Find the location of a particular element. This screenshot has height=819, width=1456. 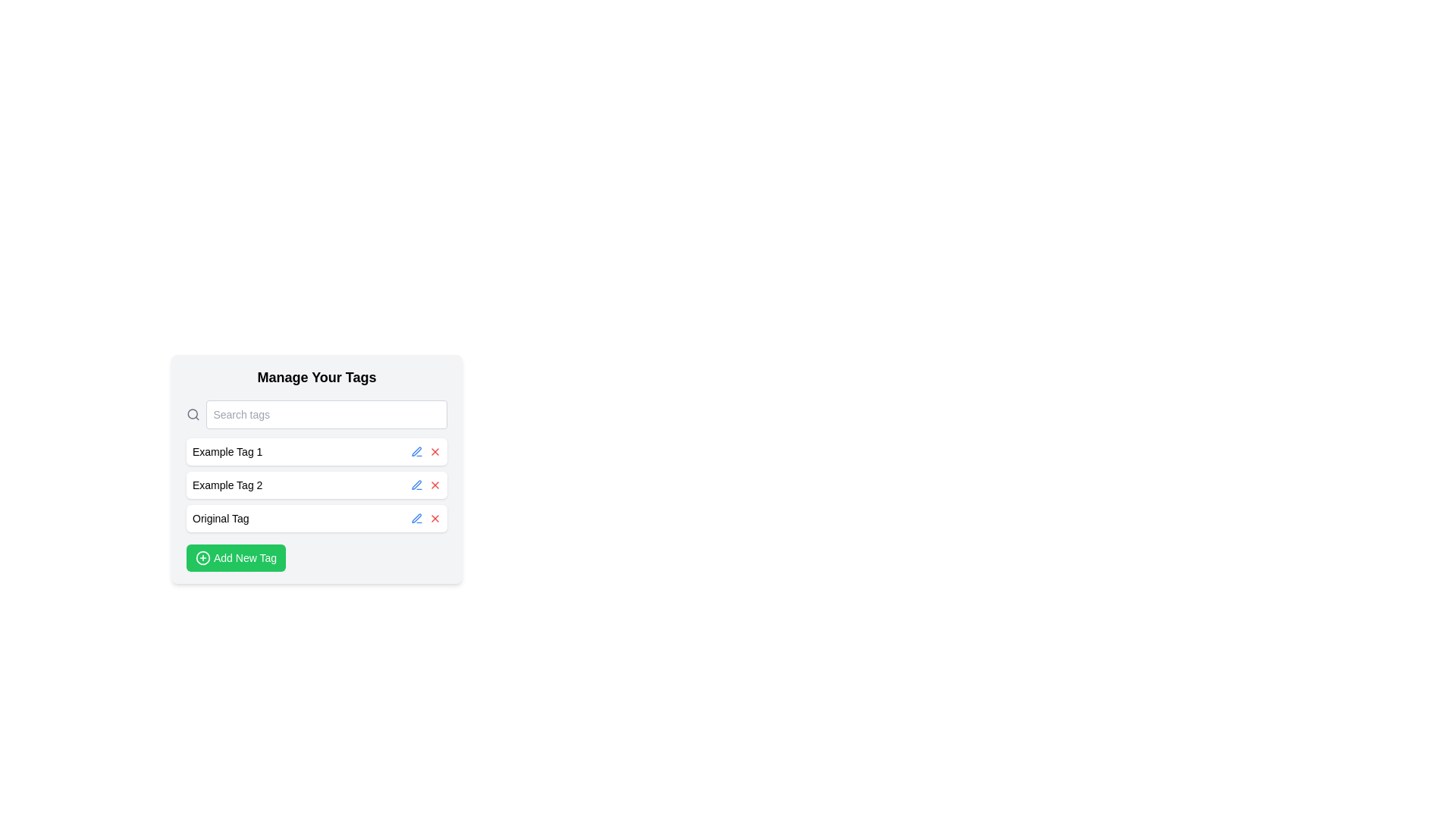

the static label 'Original Tag' which is a text block located at the beginning of a row with interactive icons to the right, featuring a light background and rounded styling is located at coordinates (220, 517).